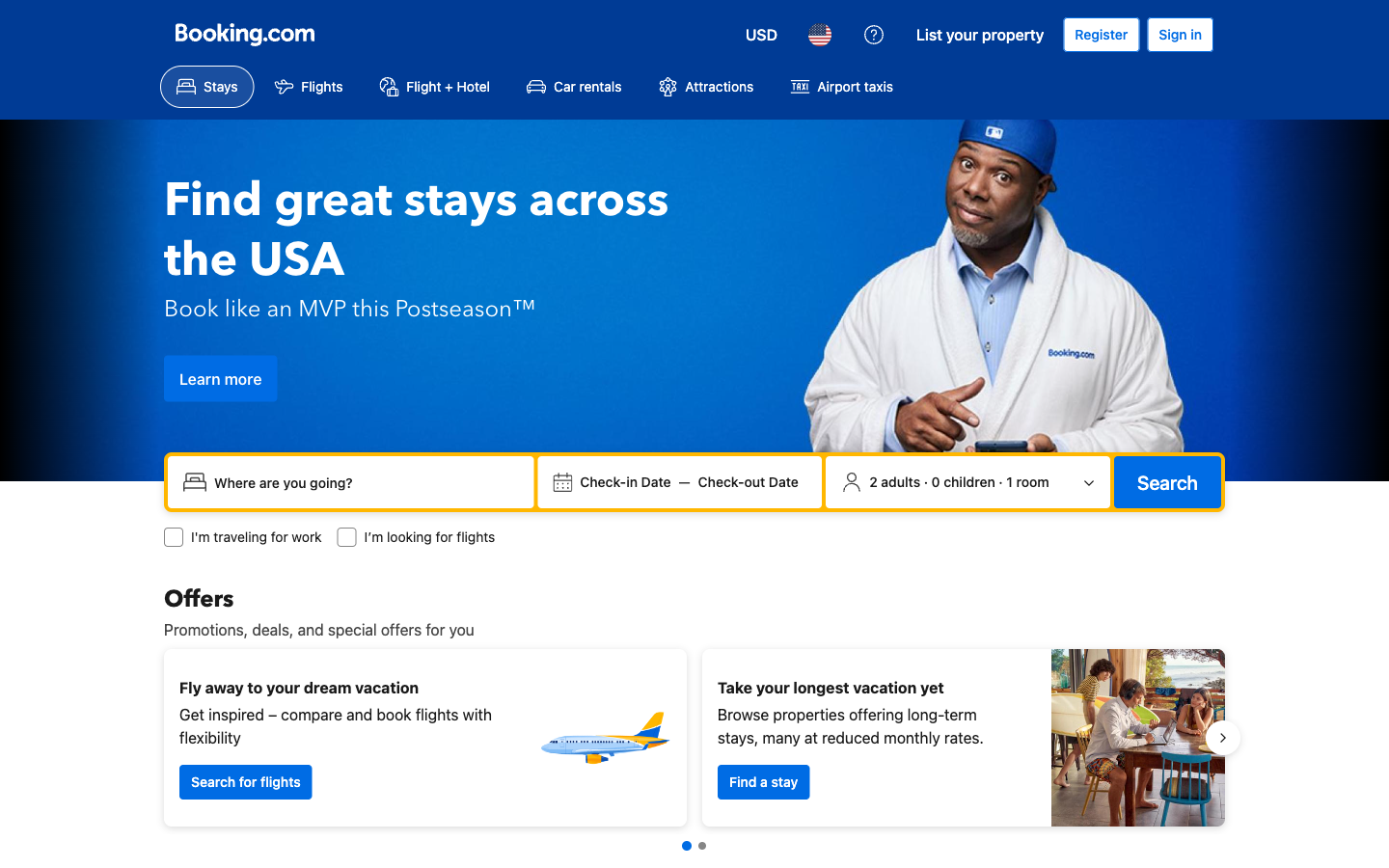  I want to click on the count of people residing in the room, so click(967, 481).